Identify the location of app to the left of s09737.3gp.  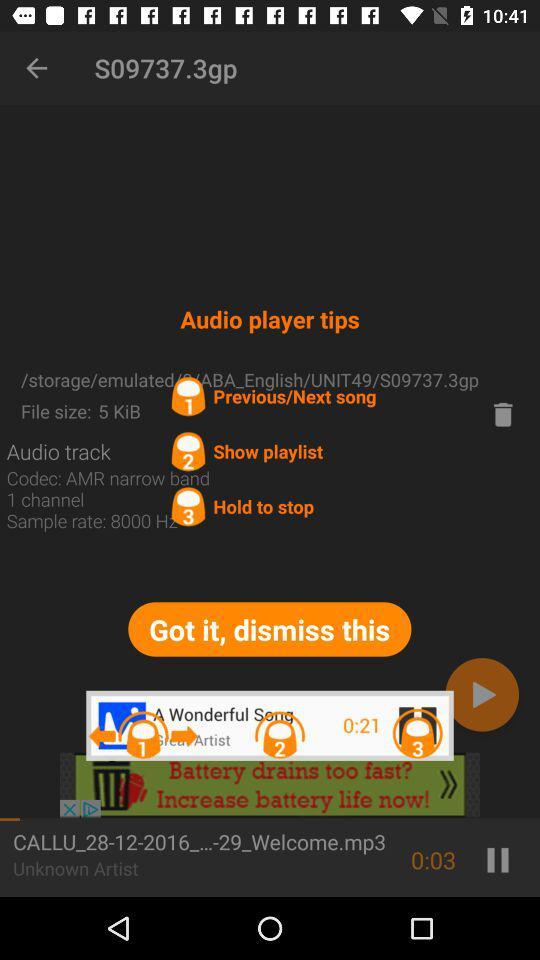
(36, 68).